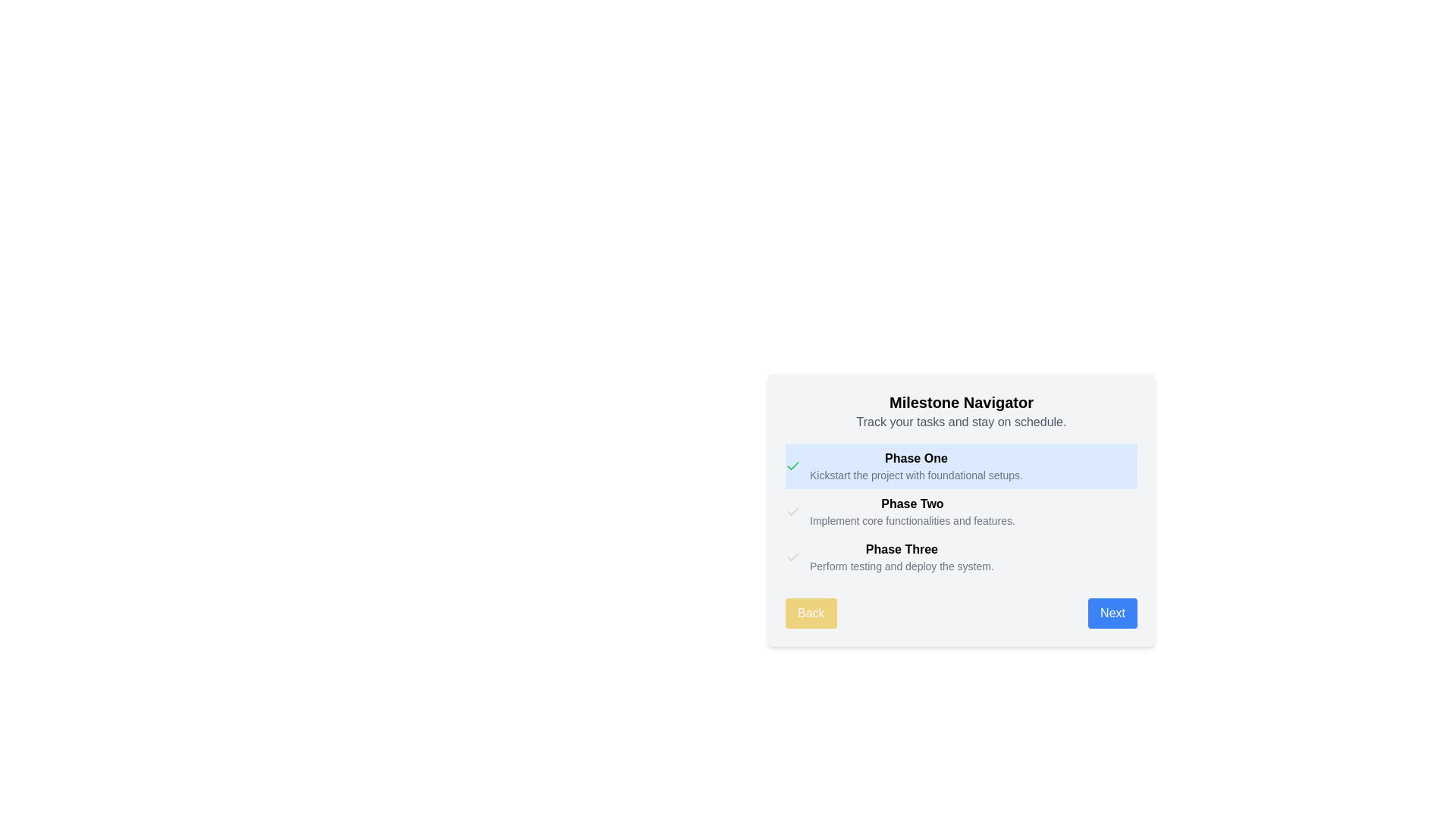 The height and width of the screenshot is (819, 1456). What do you see at coordinates (792, 465) in the screenshot?
I see `the small green checkmark icon that indicates a successful action, located to the left of the 'Phase One' text label` at bounding box center [792, 465].